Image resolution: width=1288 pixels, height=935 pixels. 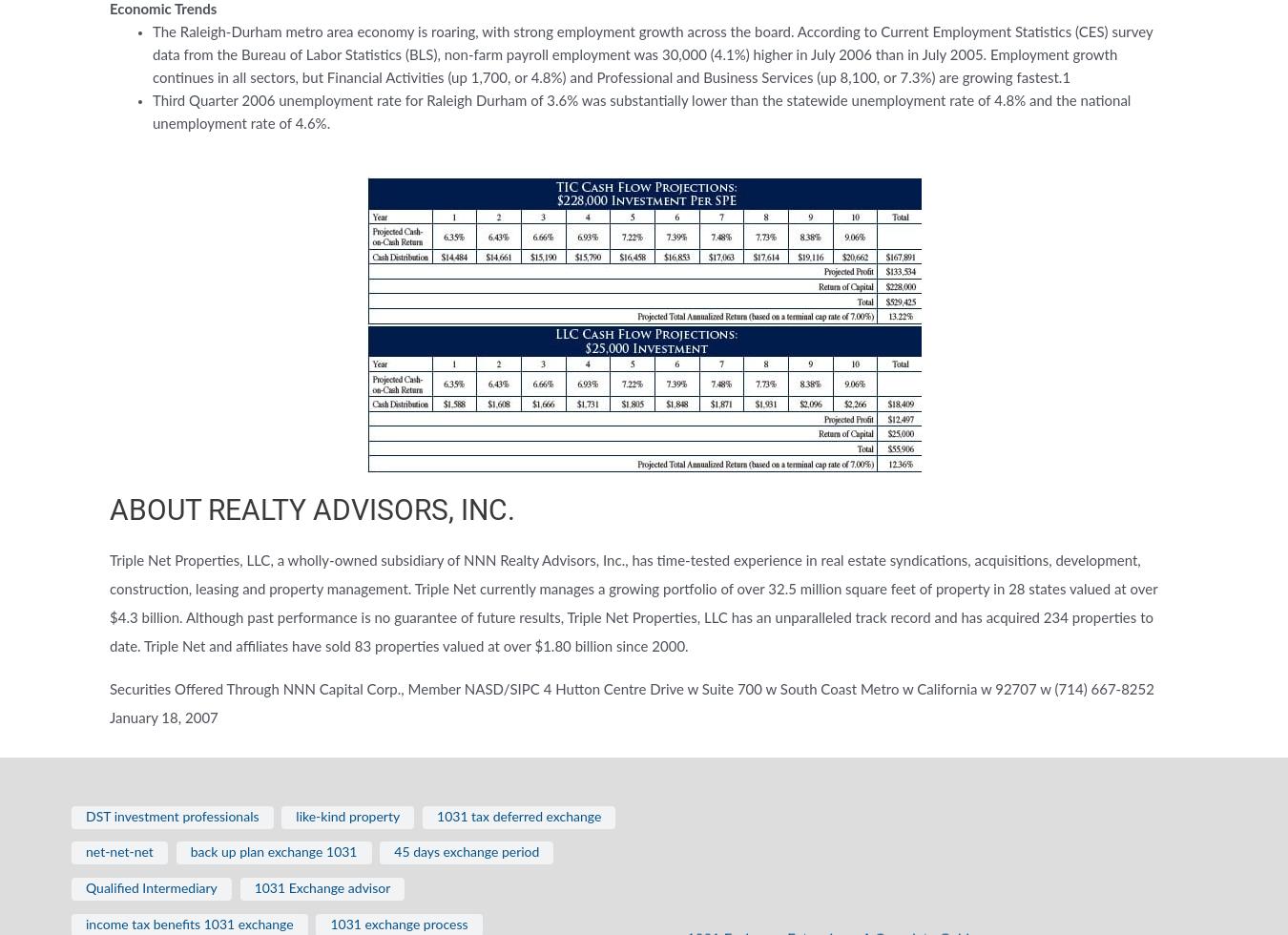 What do you see at coordinates (347, 817) in the screenshot?
I see `'like-kind property'` at bounding box center [347, 817].